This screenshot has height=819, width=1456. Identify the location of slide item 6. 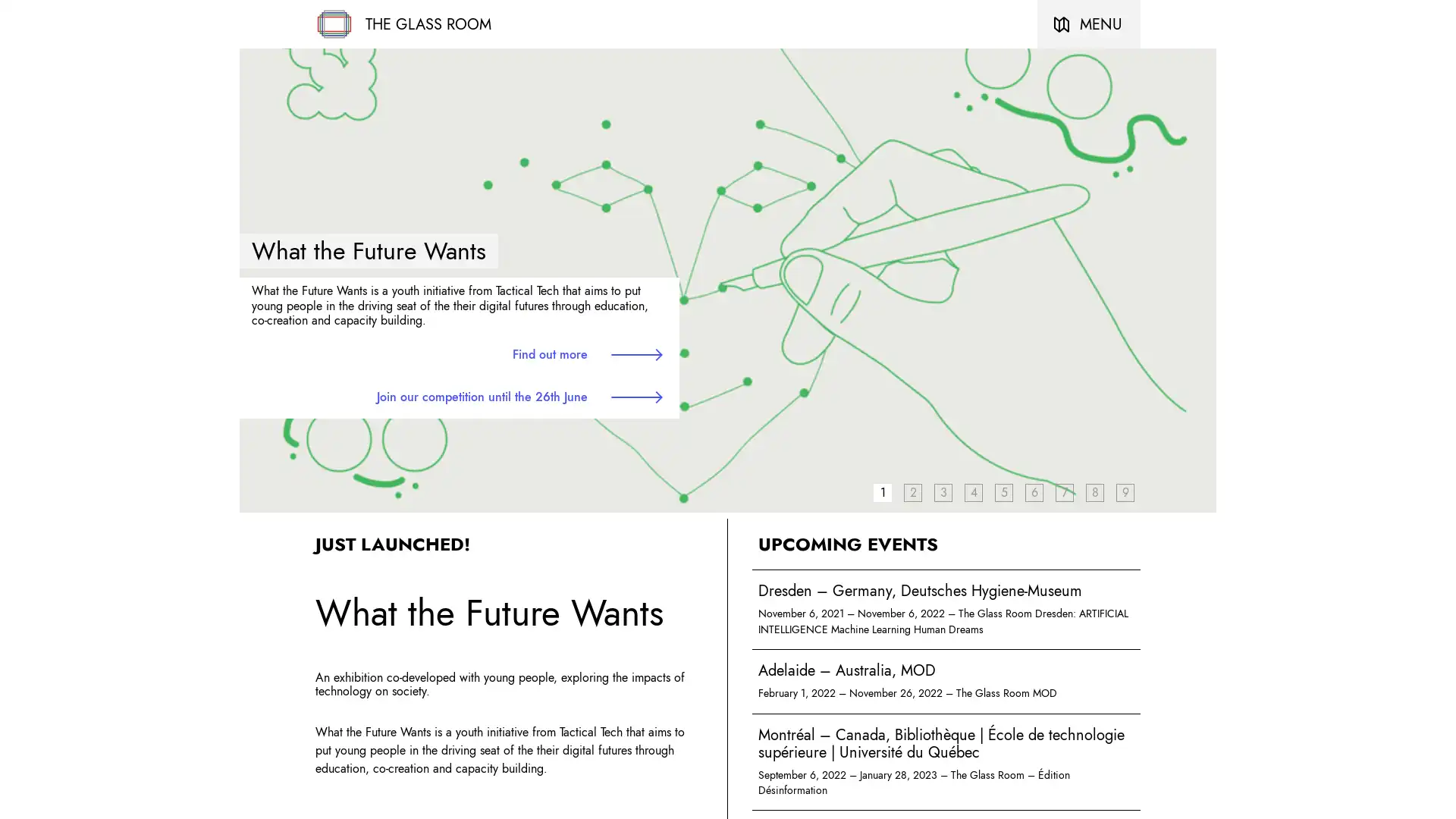
(1033, 491).